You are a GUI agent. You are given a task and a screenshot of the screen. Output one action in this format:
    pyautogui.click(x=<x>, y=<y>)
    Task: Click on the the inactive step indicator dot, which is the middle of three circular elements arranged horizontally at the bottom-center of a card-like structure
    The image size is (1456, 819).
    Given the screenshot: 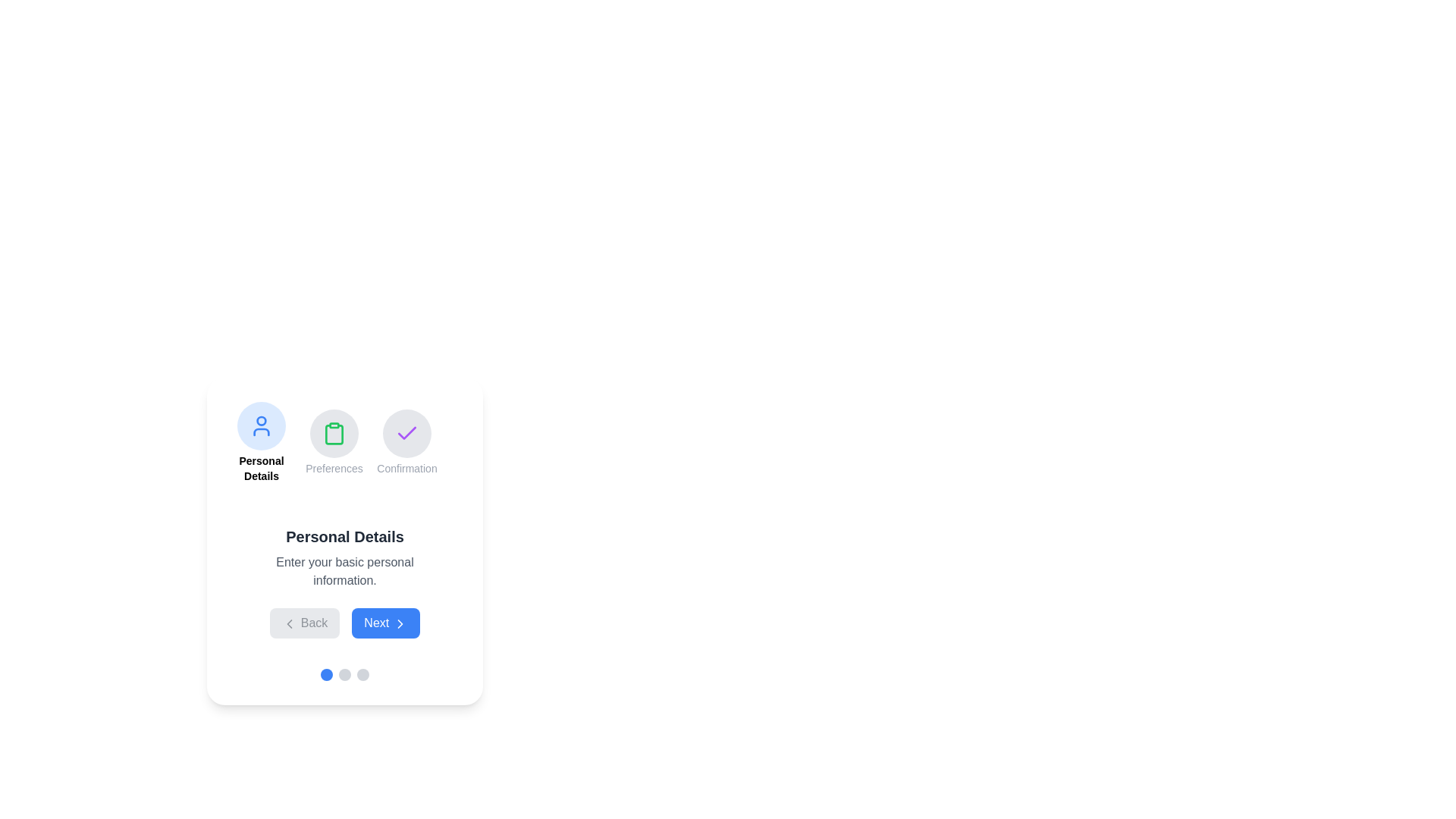 What is the action you would take?
    pyautogui.click(x=344, y=674)
    